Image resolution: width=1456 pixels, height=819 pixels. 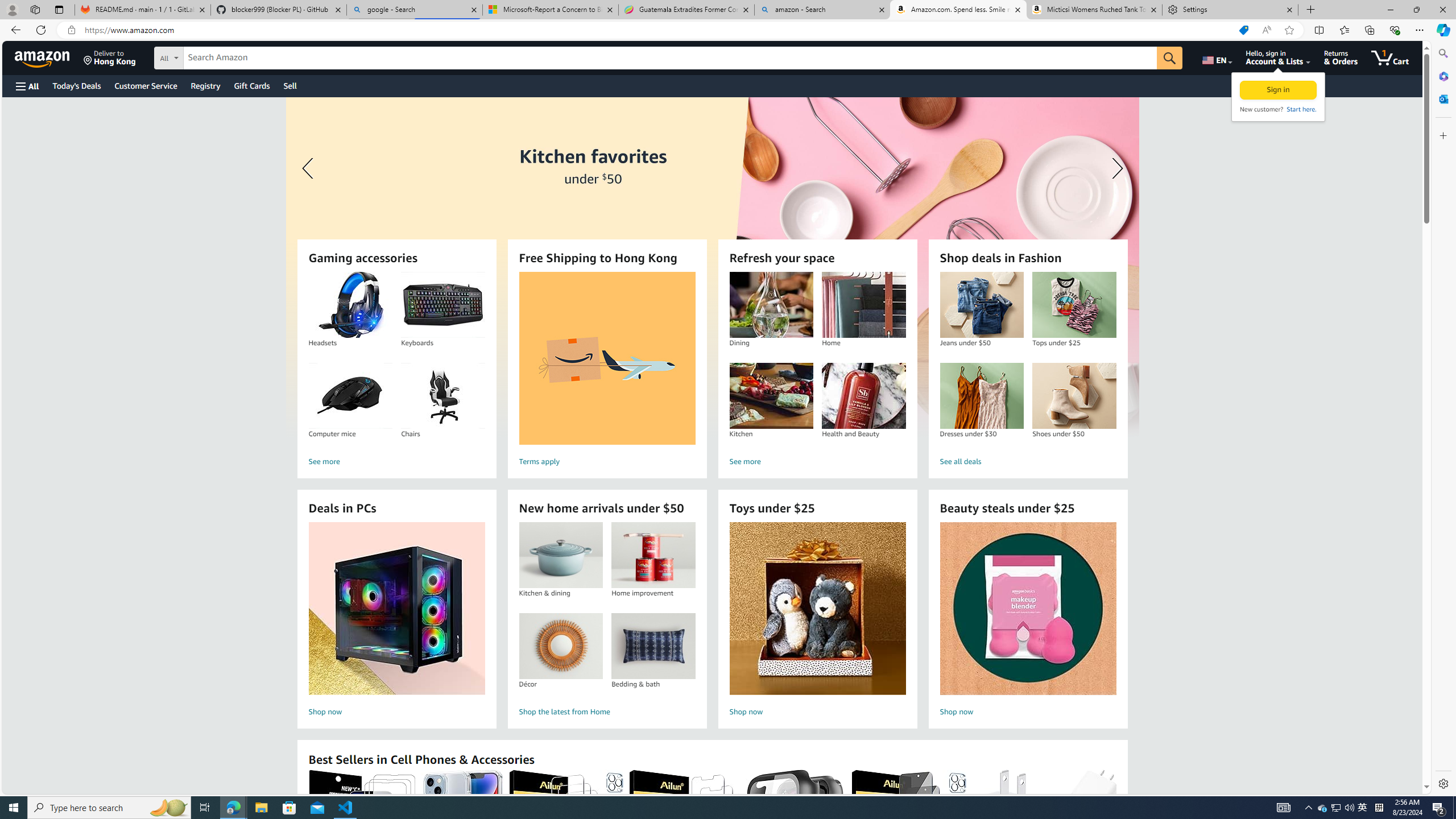 I want to click on 'See all deals', so click(x=1027, y=461).